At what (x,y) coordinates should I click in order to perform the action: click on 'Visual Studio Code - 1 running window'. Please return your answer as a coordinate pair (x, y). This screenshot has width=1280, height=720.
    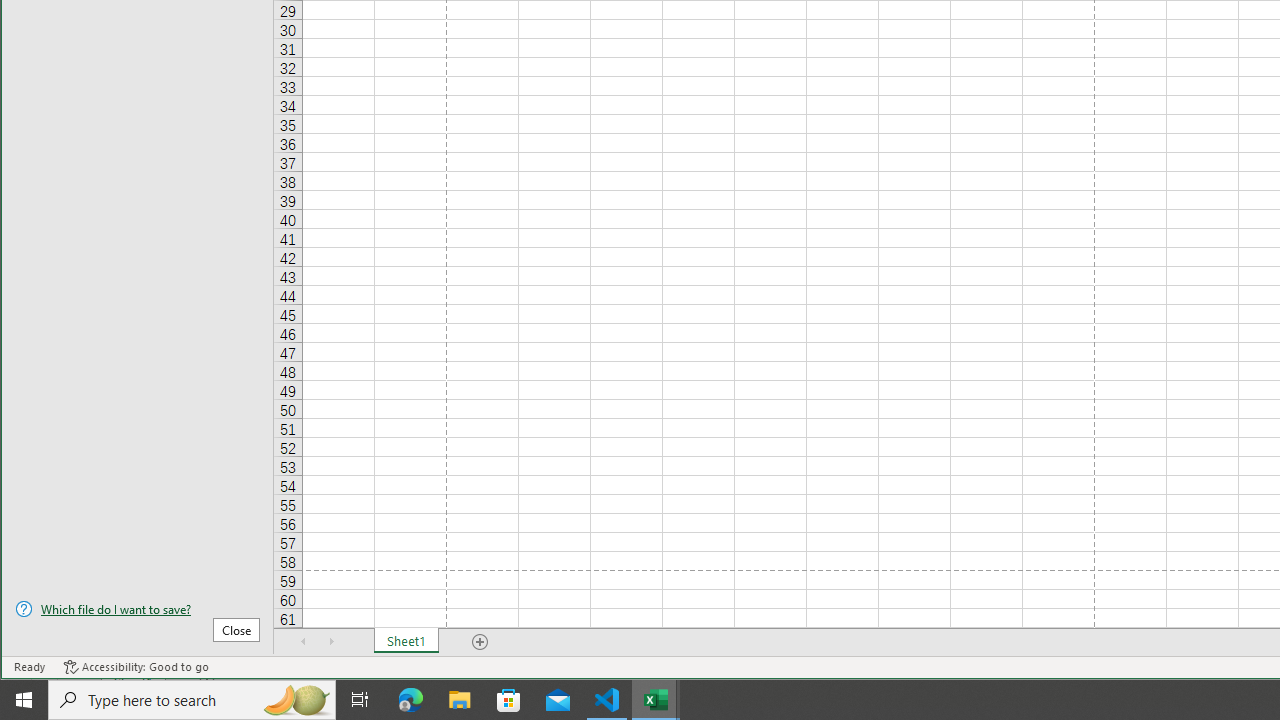
    Looking at the image, I should click on (606, 698).